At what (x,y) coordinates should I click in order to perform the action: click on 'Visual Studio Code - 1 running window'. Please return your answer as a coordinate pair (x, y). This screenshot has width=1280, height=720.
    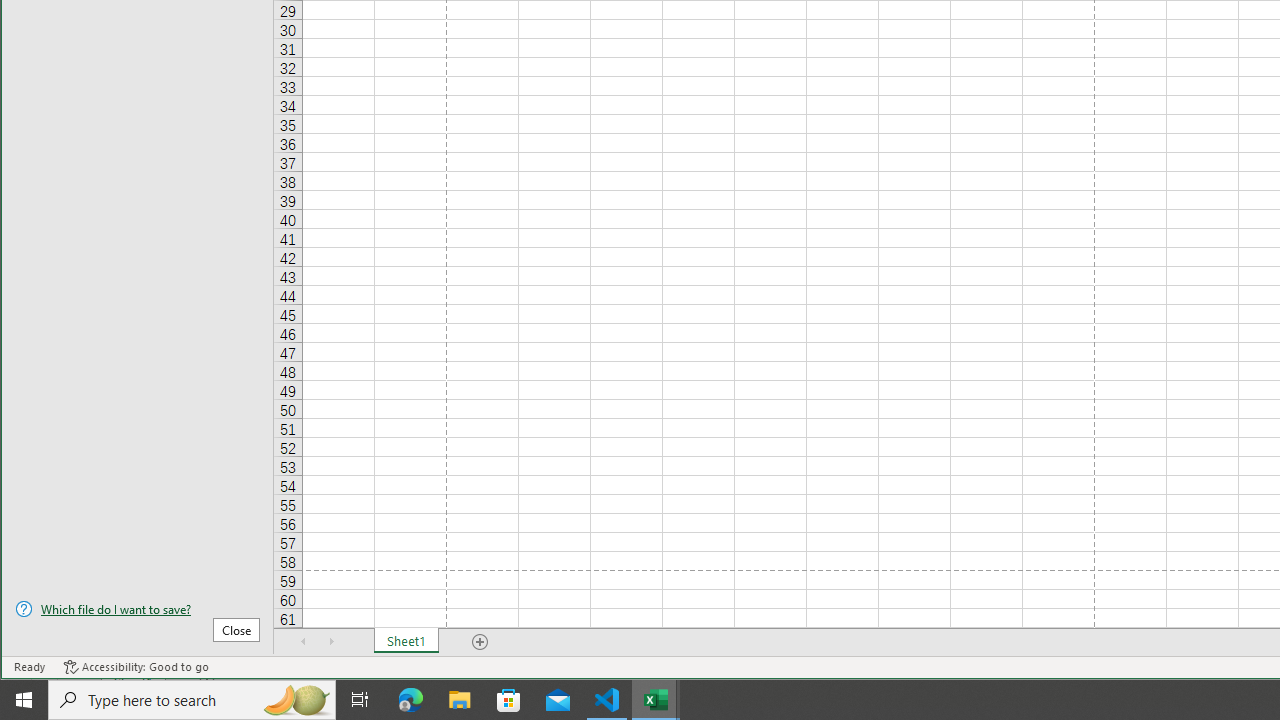
    Looking at the image, I should click on (606, 698).